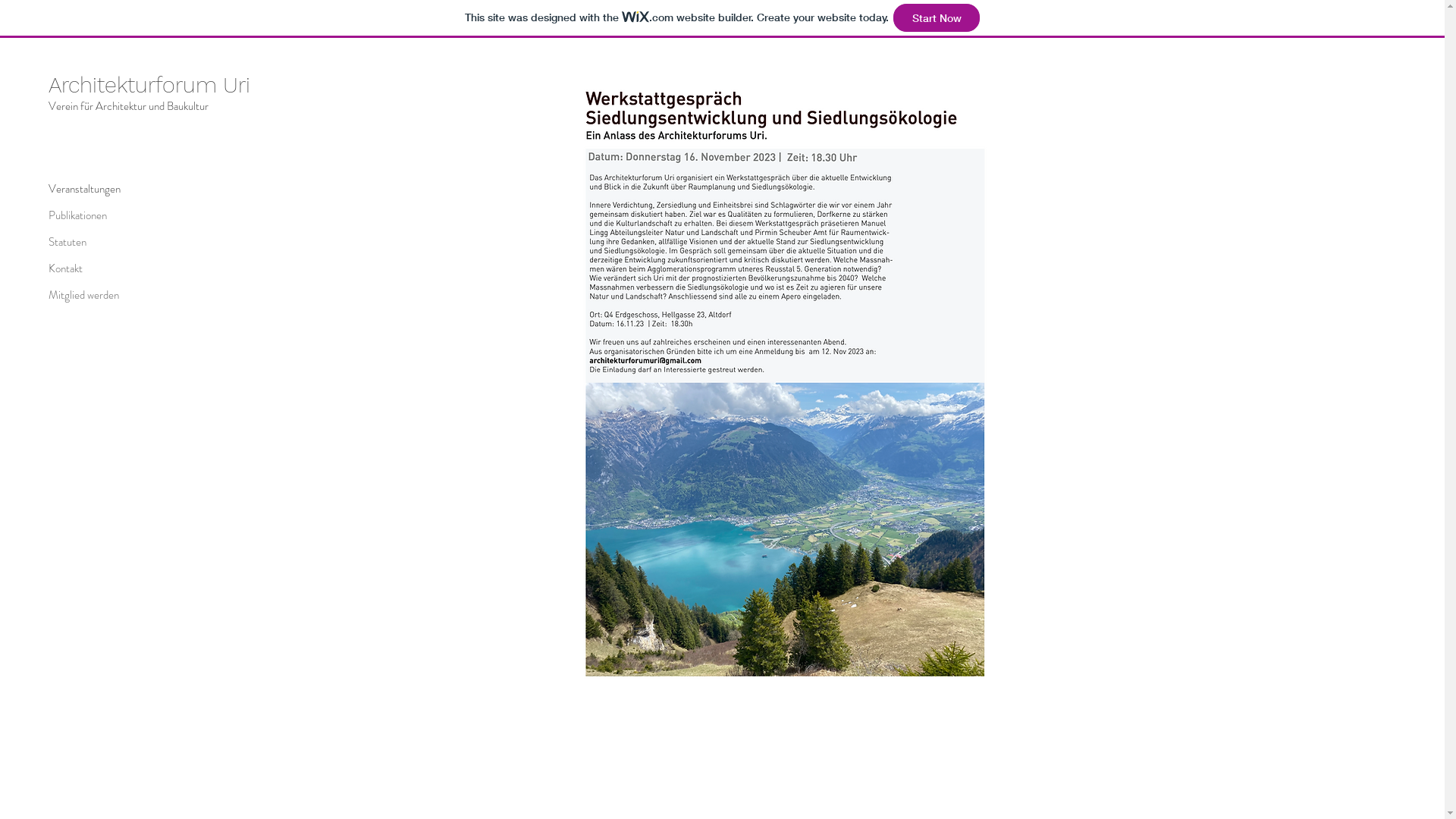 The height and width of the screenshot is (819, 1456). Describe the element at coordinates (48, 241) in the screenshot. I see `'Statuten'` at that location.